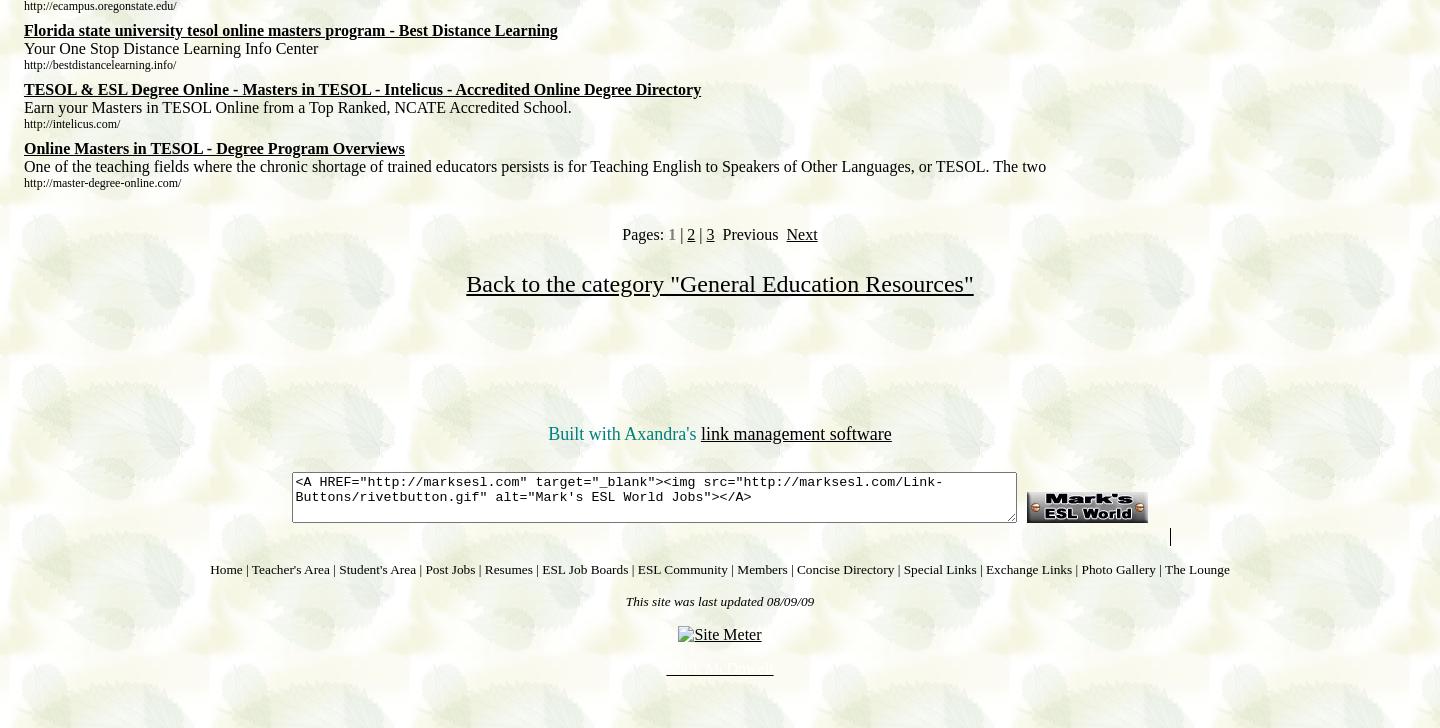  I want to click on 'Mark McDowell', so click(719, 668).